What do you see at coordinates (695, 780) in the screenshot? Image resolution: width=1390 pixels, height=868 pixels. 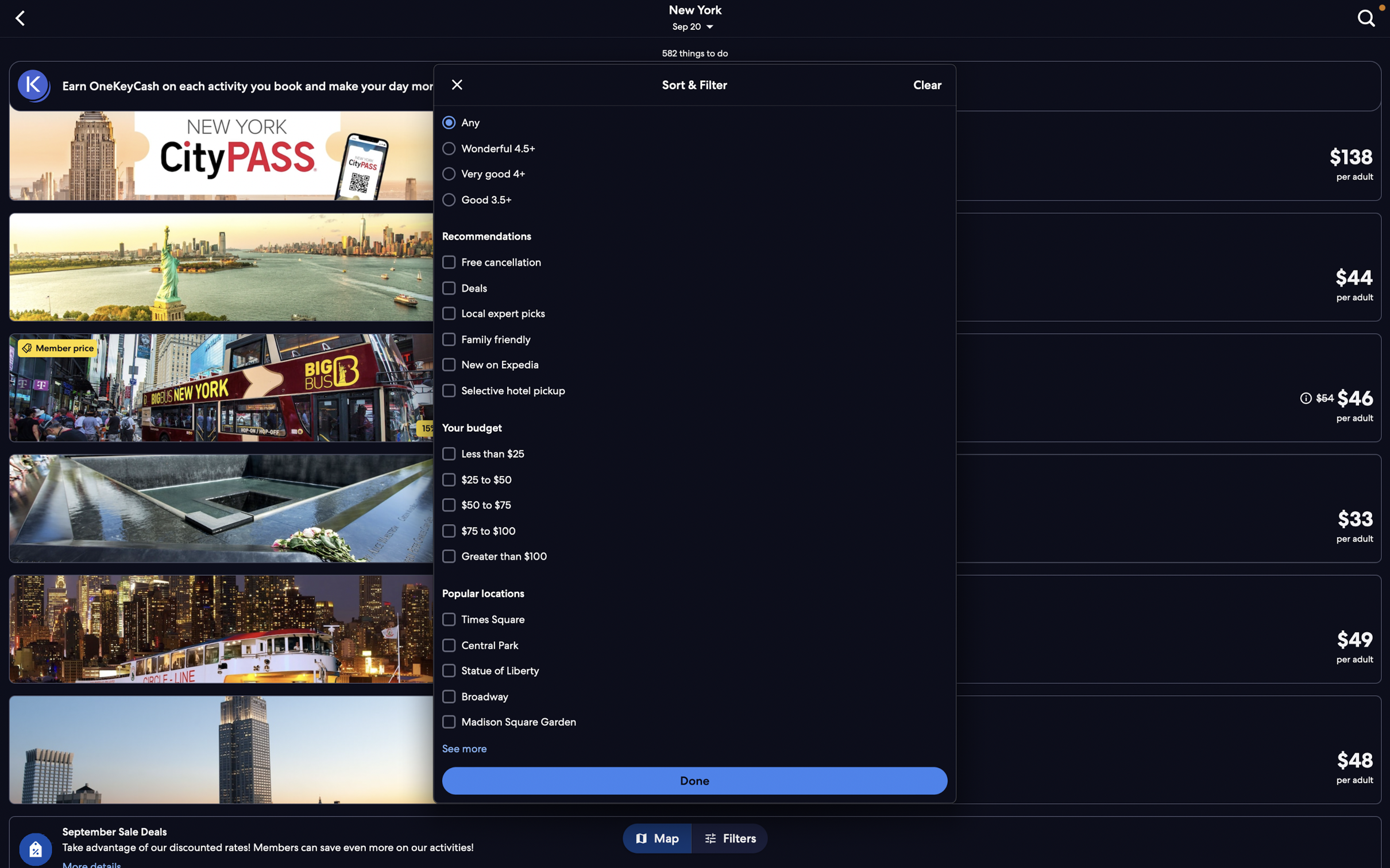 I see `the button to organize and choose accordingly` at bounding box center [695, 780].